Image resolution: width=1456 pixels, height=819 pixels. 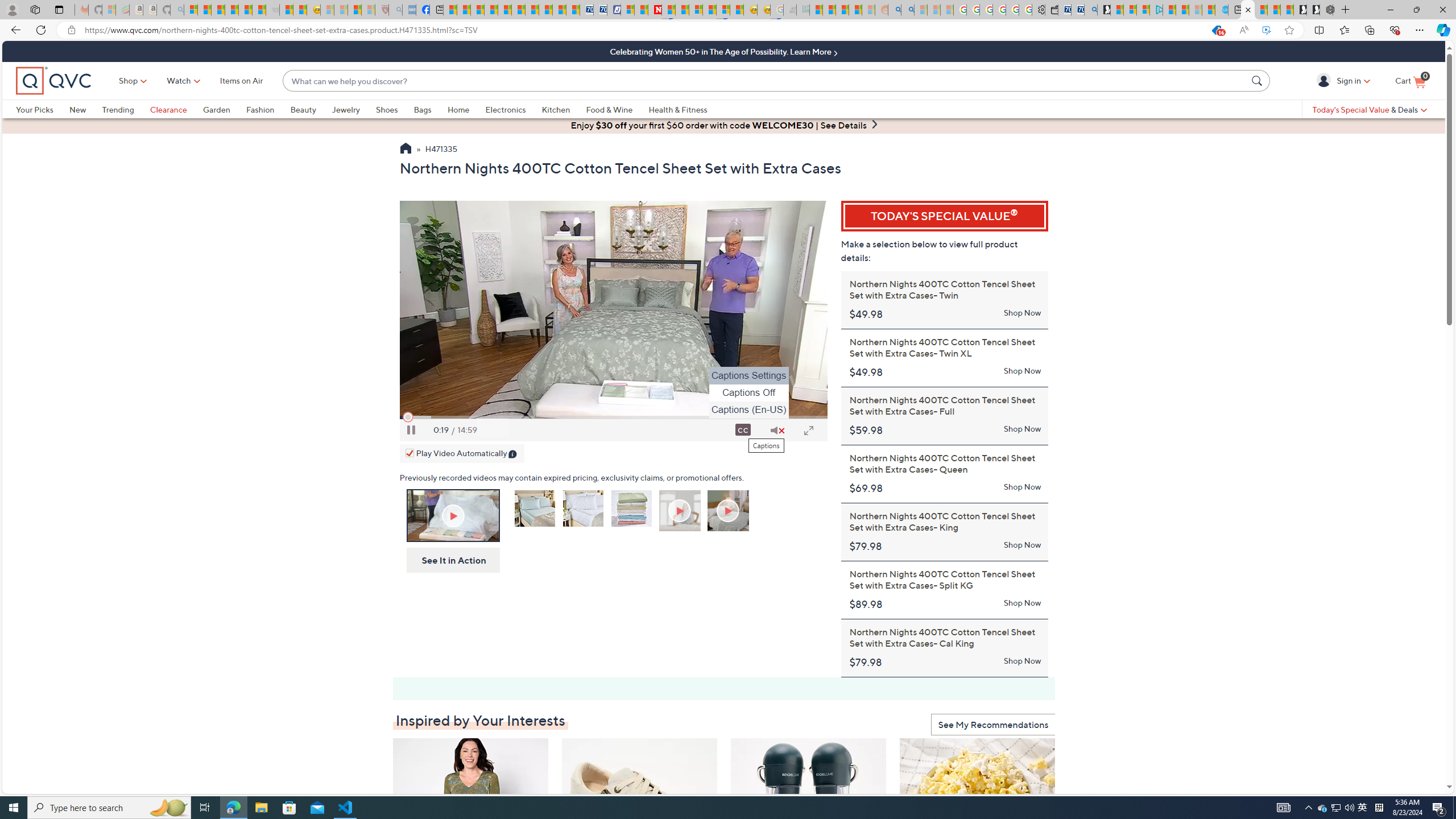 What do you see at coordinates (53, 80) in the screenshot?
I see `'QVC home'` at bounding box center [53, 80].